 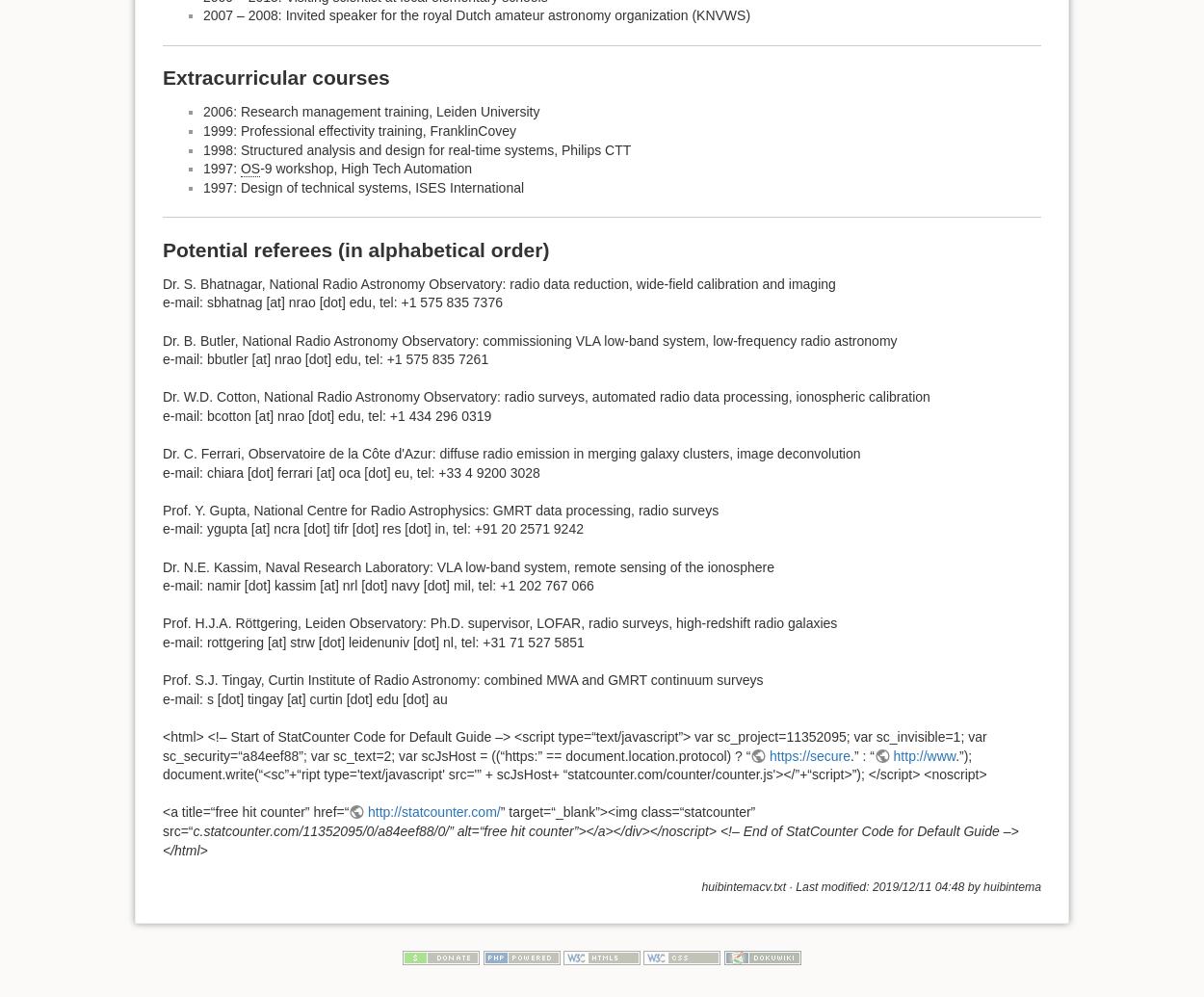 I want to click on 'huibintemacv.txt', so click(x=744, y=885).